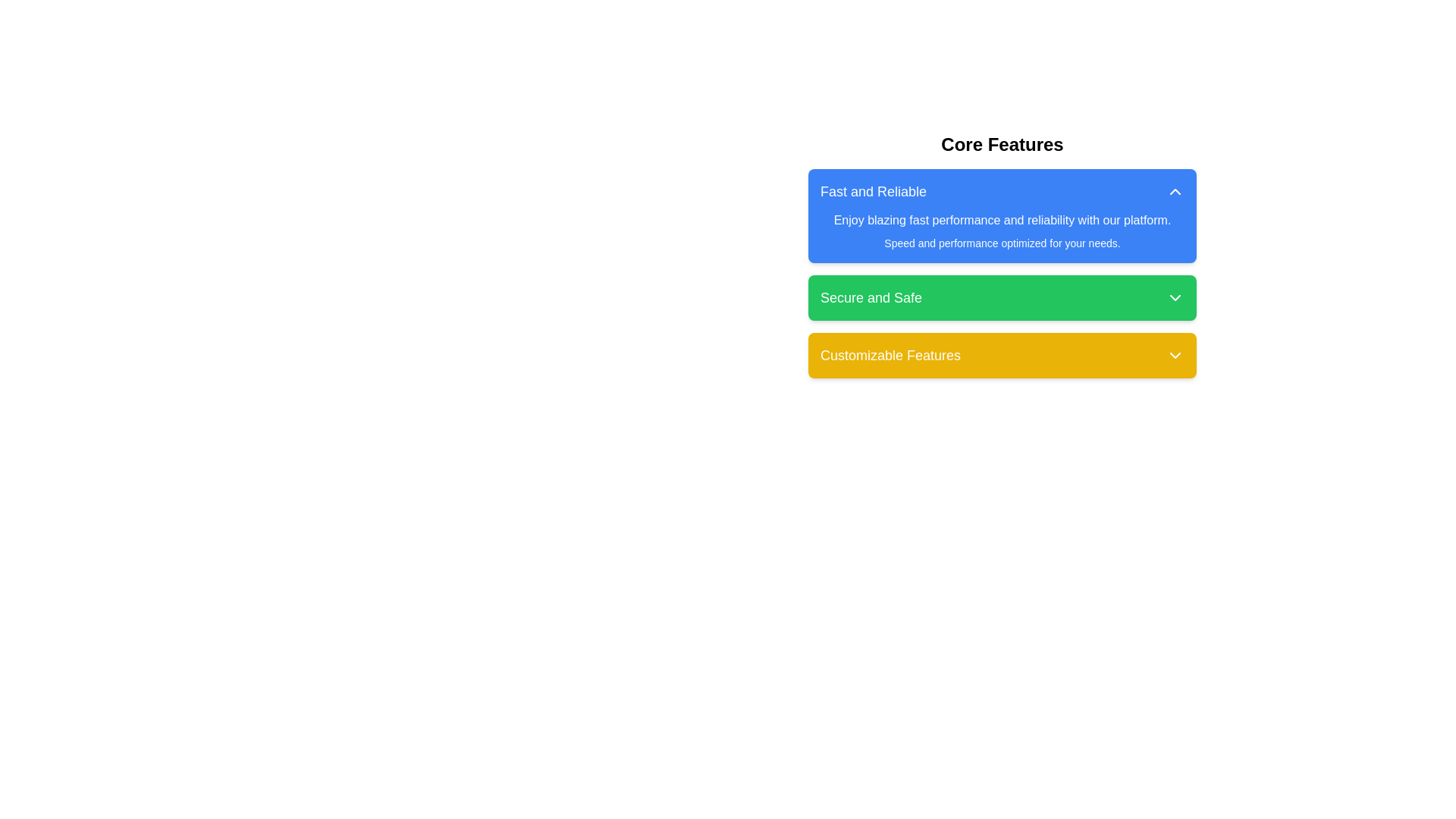 The height and width of the screenshot is (819, 1456). Describe the element at coordinates (1175, 191) in the screenshot. I see `the Chevron icon located at the rightmost end of the header section titled 'Fast and Reliable'` at that location.